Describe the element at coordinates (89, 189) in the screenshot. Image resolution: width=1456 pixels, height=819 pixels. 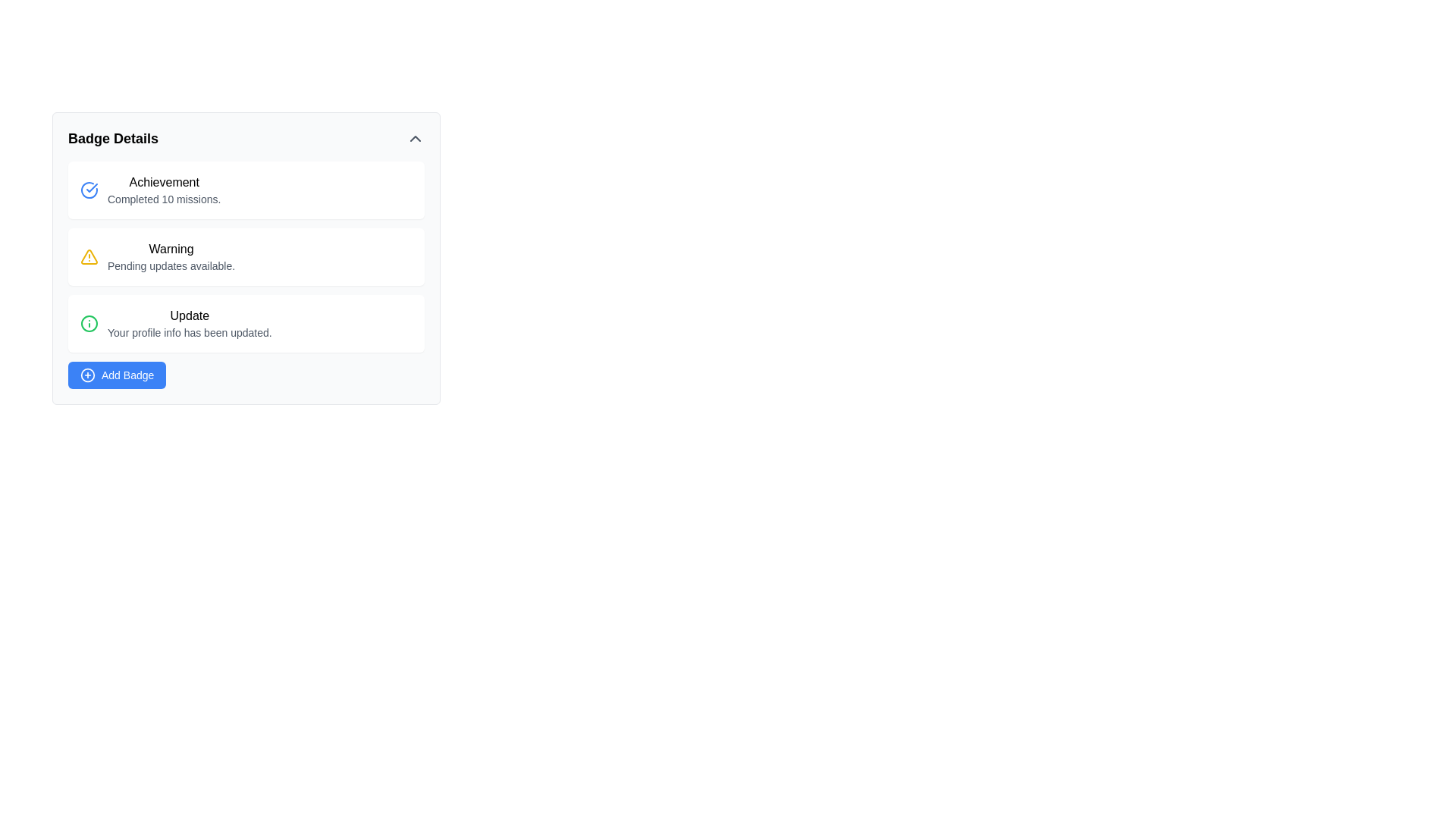
I see `the achievement completed vector graphic icon located on the left side of the 'Achievement' label in the 'Badge Details' section` at that location.